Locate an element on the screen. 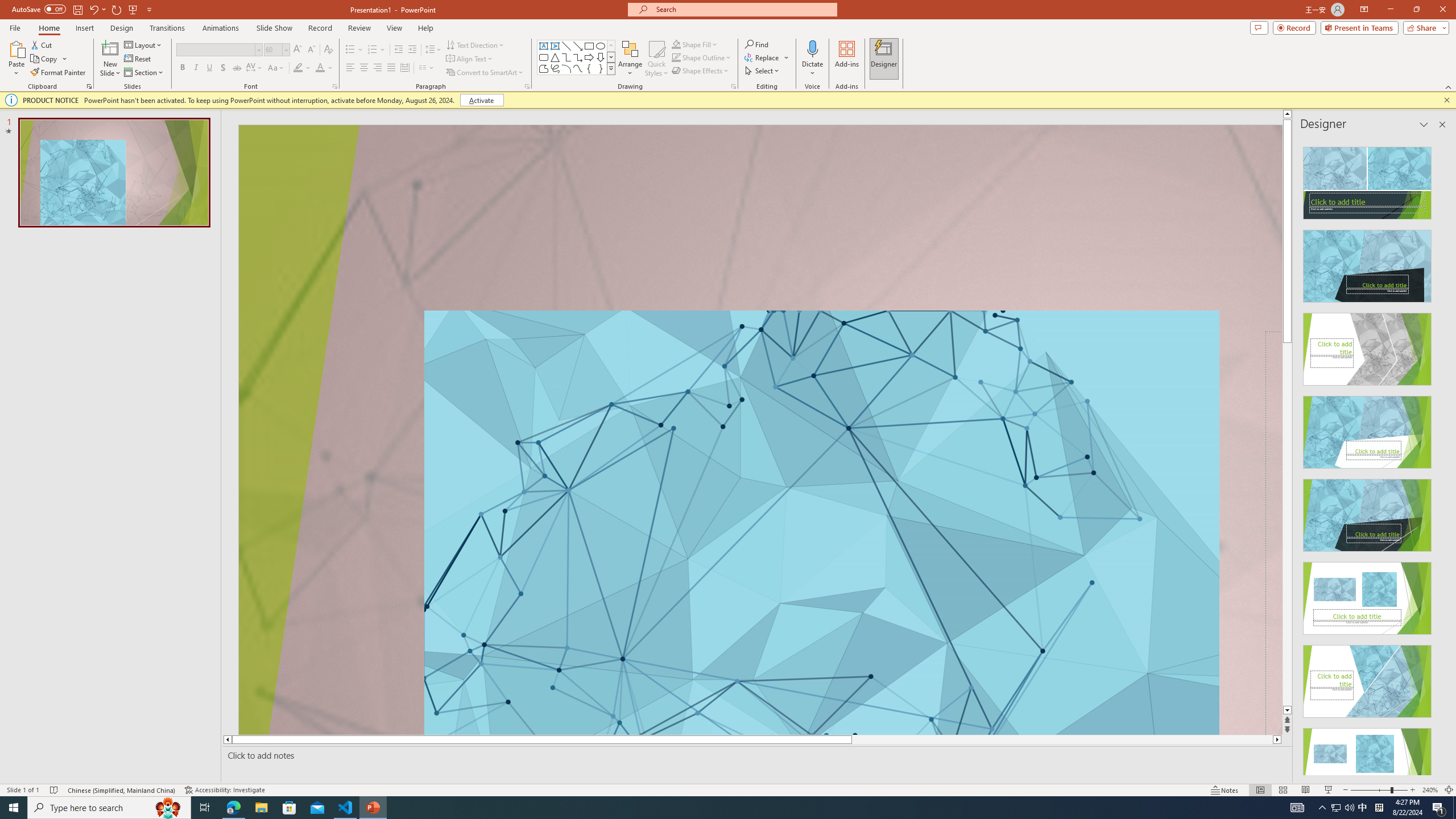 Image resolution: width=1456 pixels, height=819 pixels. 'Shape Outline Dark Red, Accent 1' is located at coordinates (676, 56).